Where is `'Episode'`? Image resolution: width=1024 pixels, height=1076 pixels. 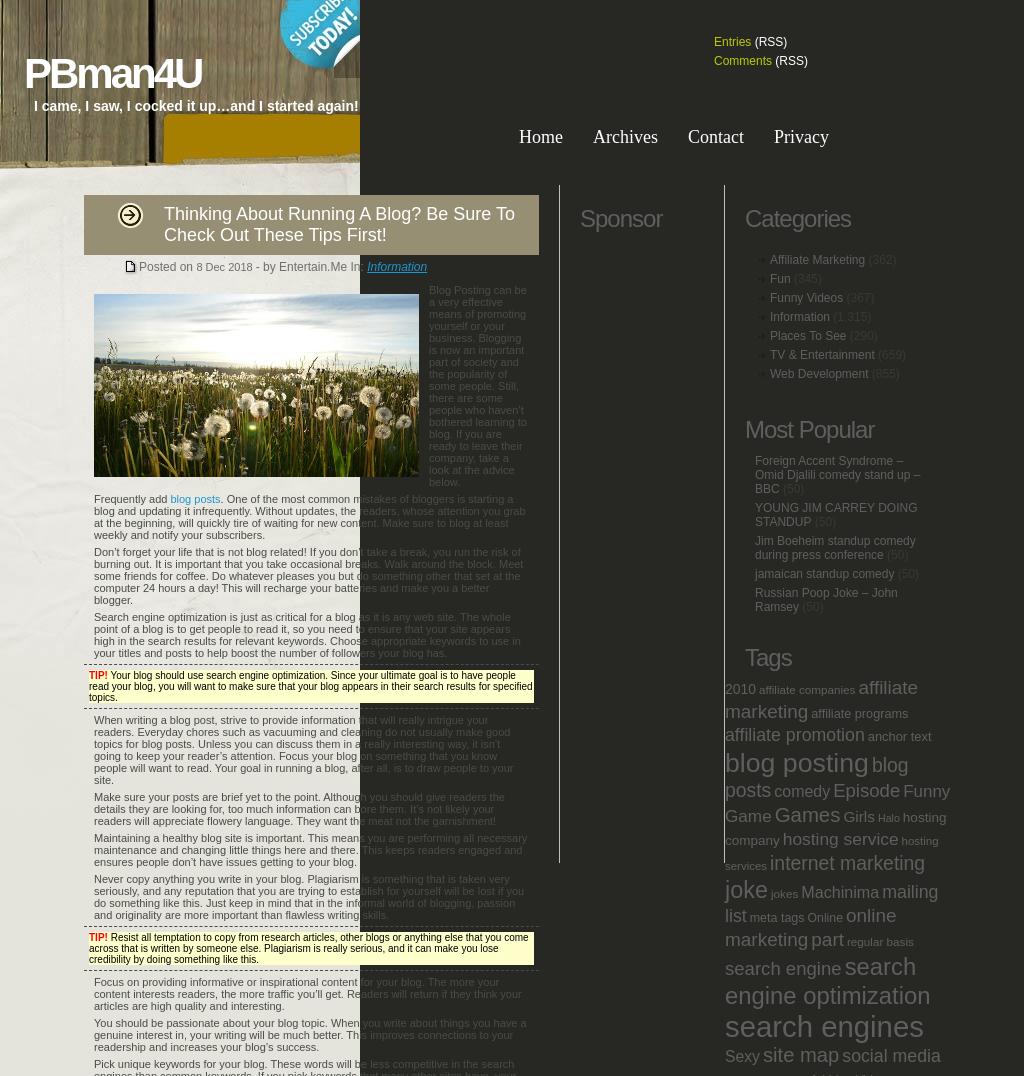
'Episode' is located at coordinates (866, 790).